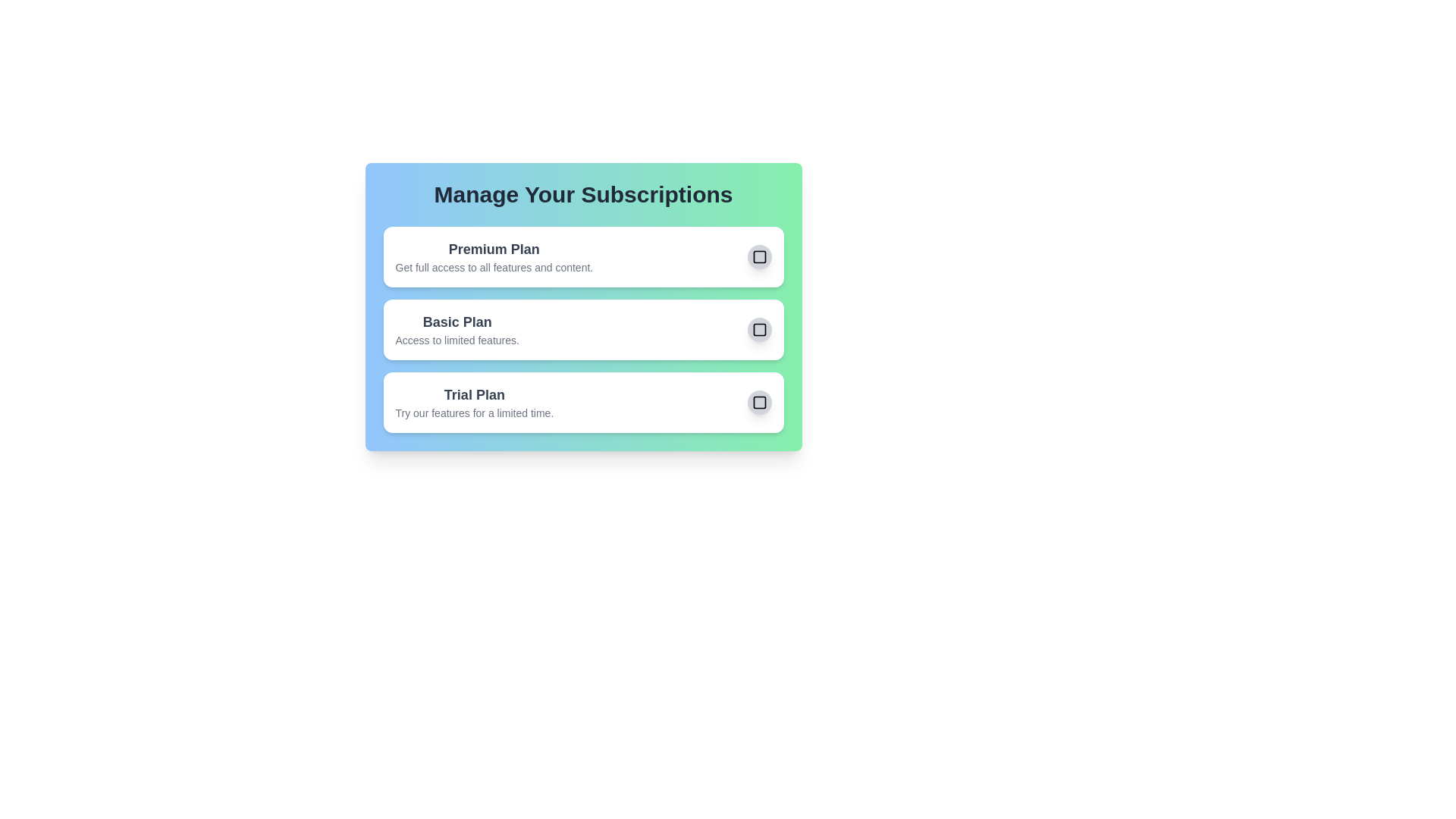  What do you see at coordinates (759, 329) in the screenshot?
I see `the square icon within the circular button adjacent to the 'Basic Plan' section` at bounding box center [759, 329].